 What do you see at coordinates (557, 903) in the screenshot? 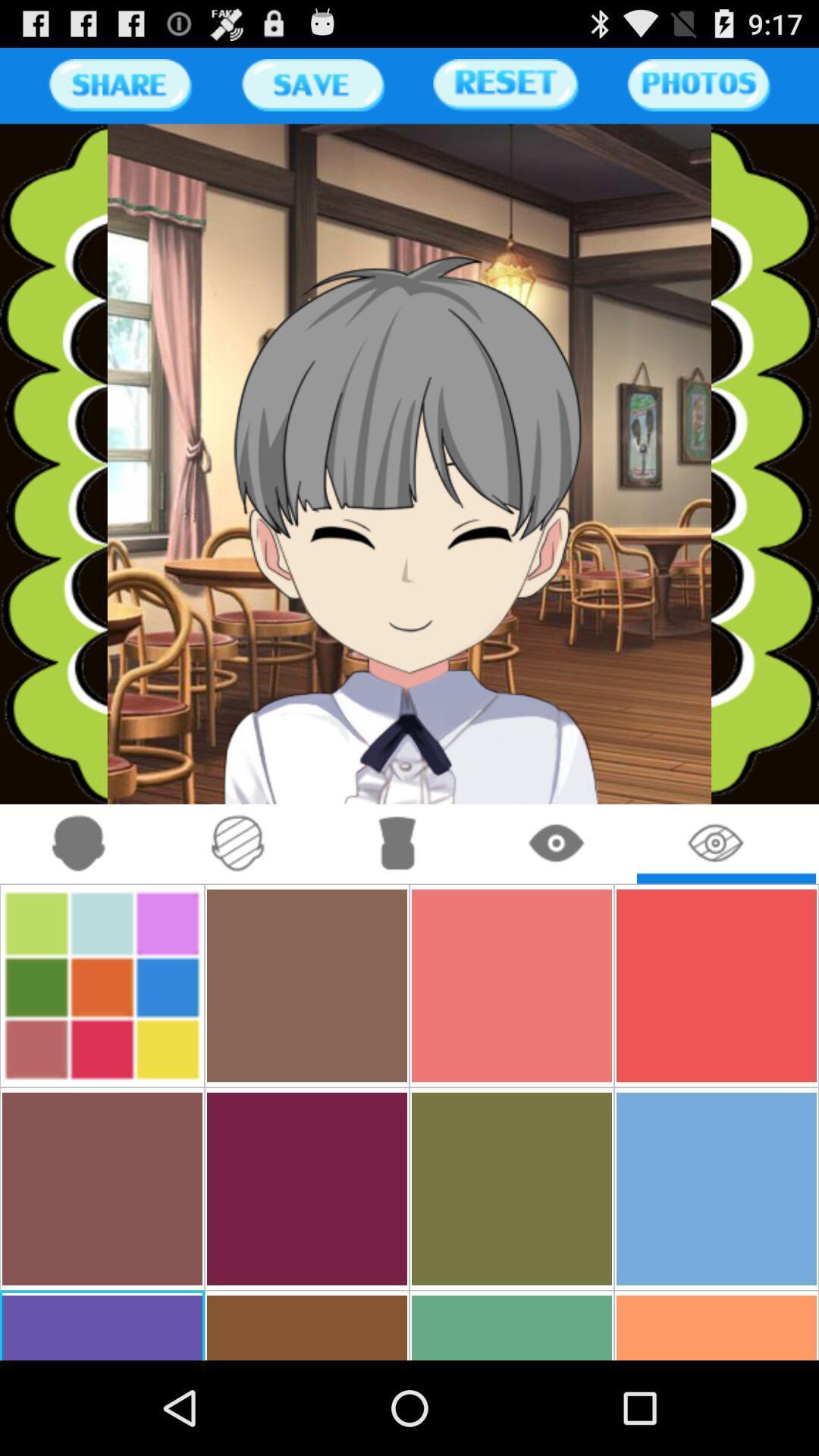
I see `the visibility icon` at bounding box center [557, 903].